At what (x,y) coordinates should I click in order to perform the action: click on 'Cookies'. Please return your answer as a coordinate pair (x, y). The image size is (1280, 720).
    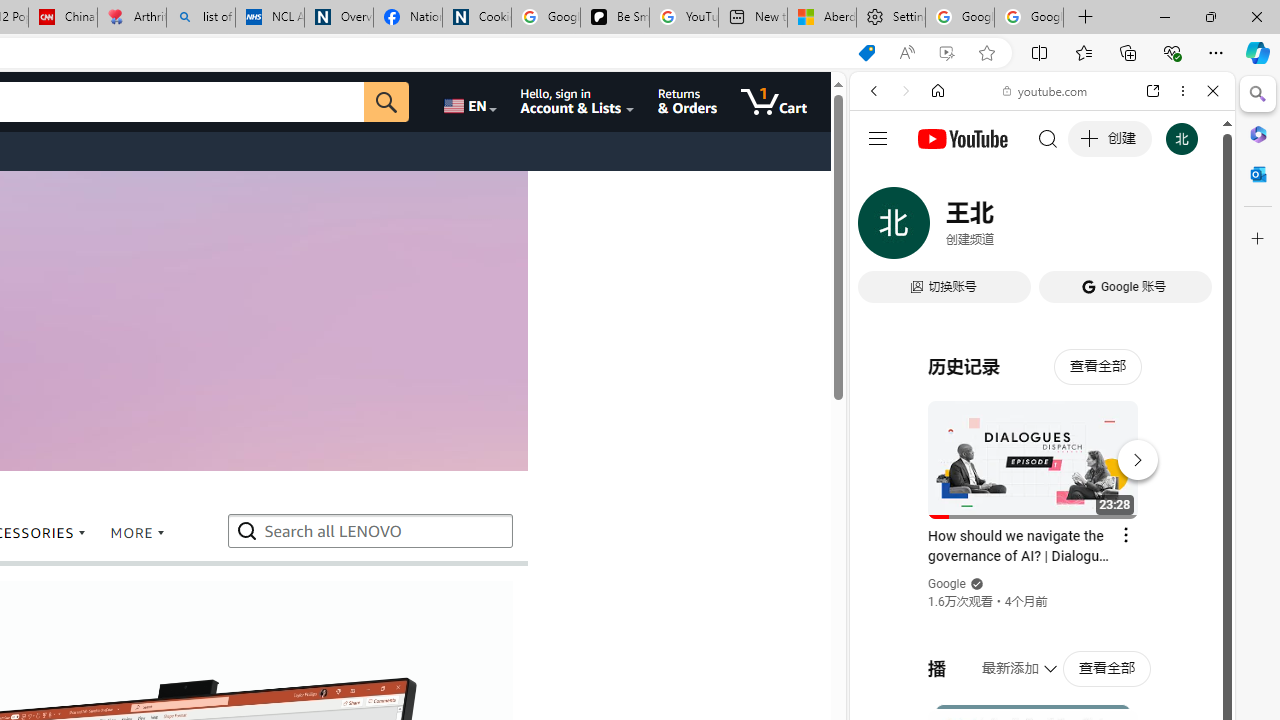
    Looking at the image, I should click on (475, 17).